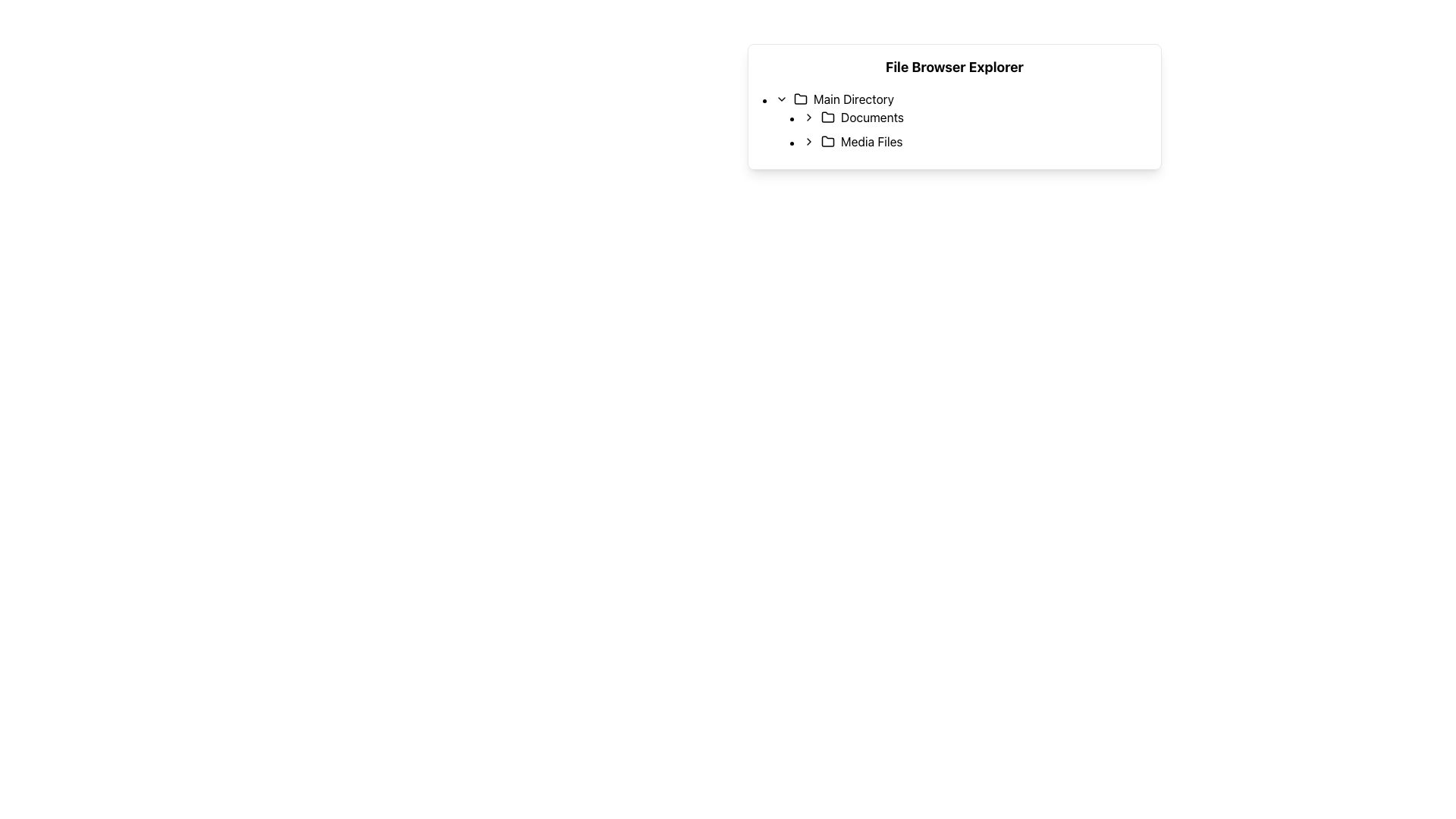 The image size is (1456, 819). I want to click on the small dark folder icon next to the 'Documents' label in the file browser UI, so click(827, 116).